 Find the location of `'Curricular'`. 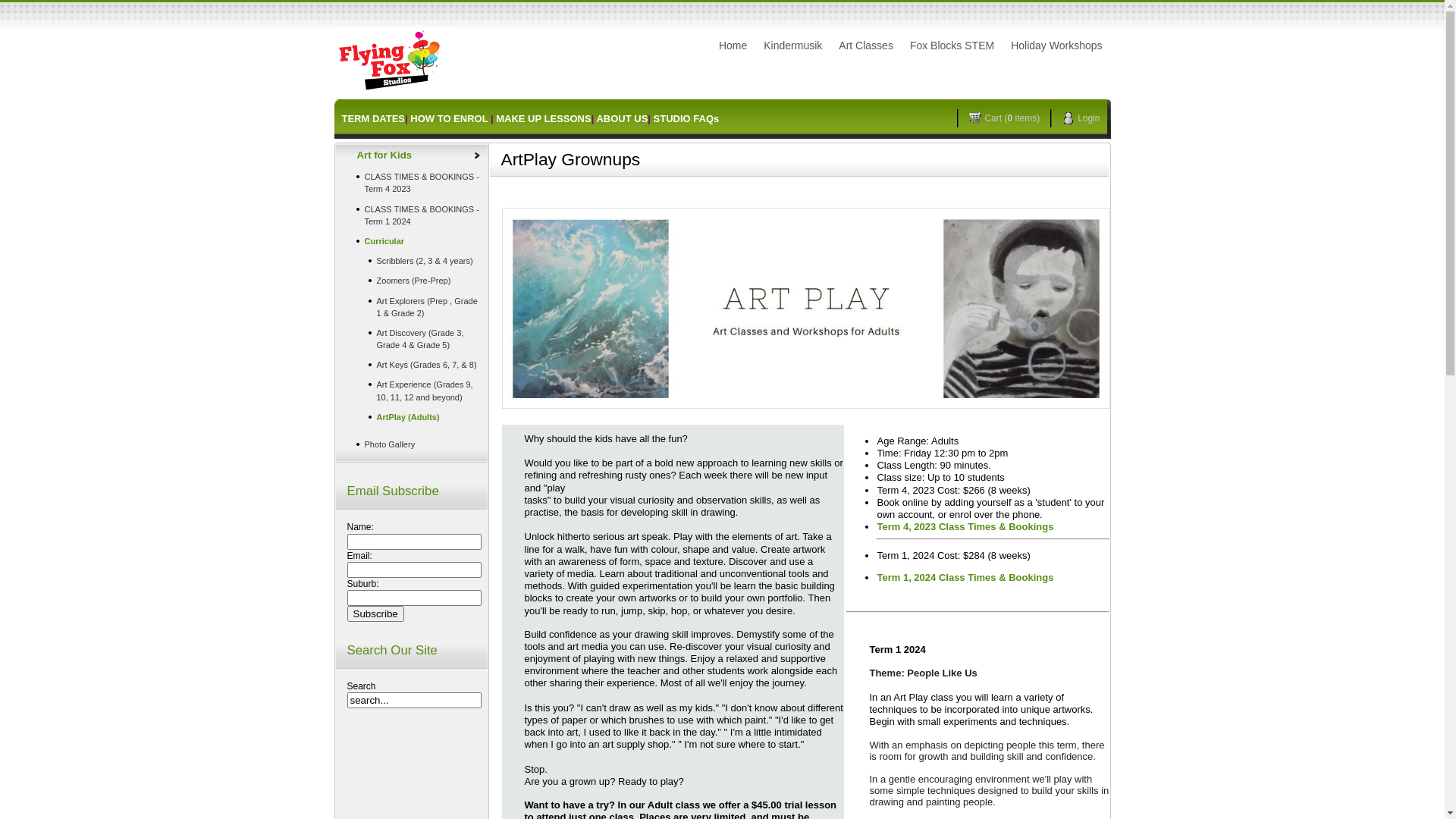

'Curricular' is located at coordinates (411, 240).